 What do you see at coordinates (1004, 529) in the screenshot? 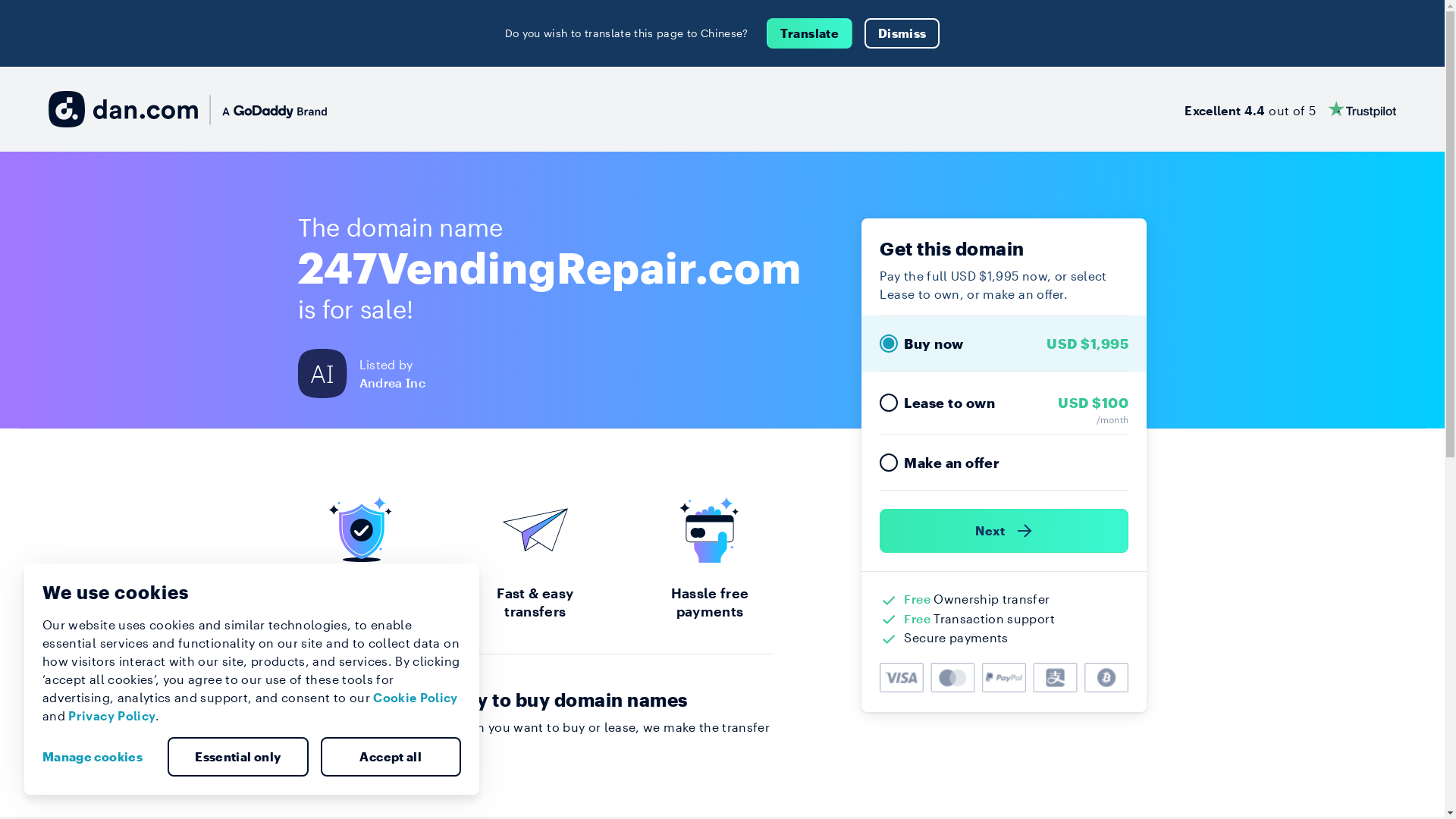
I see `'Next` at bounding box center [1004, 529].